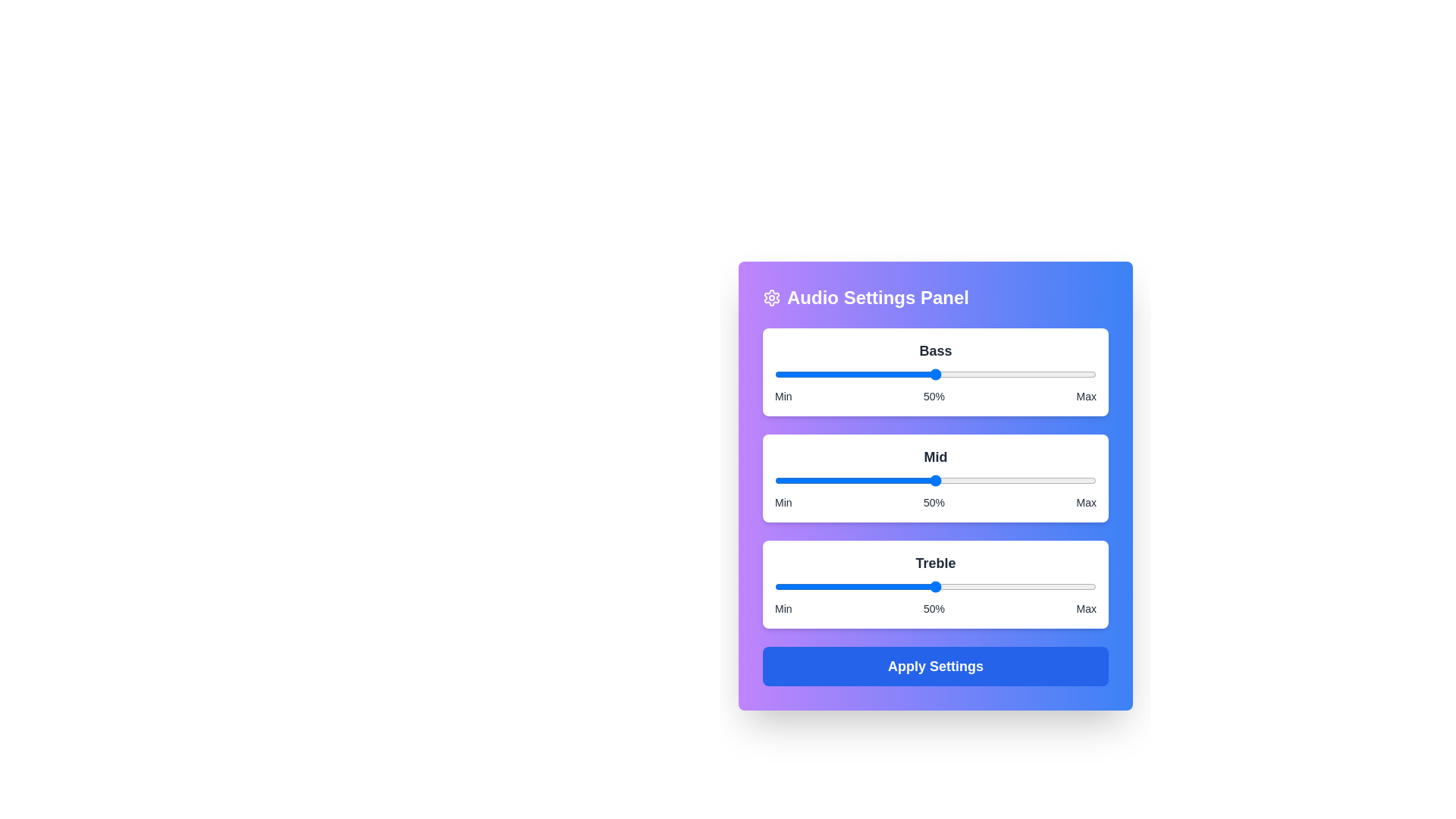 The image size is (1456, 819). What do you see at coordinates (781, 374) in the screenshot?
I see `the bass level` at bounding box center [781, 374].